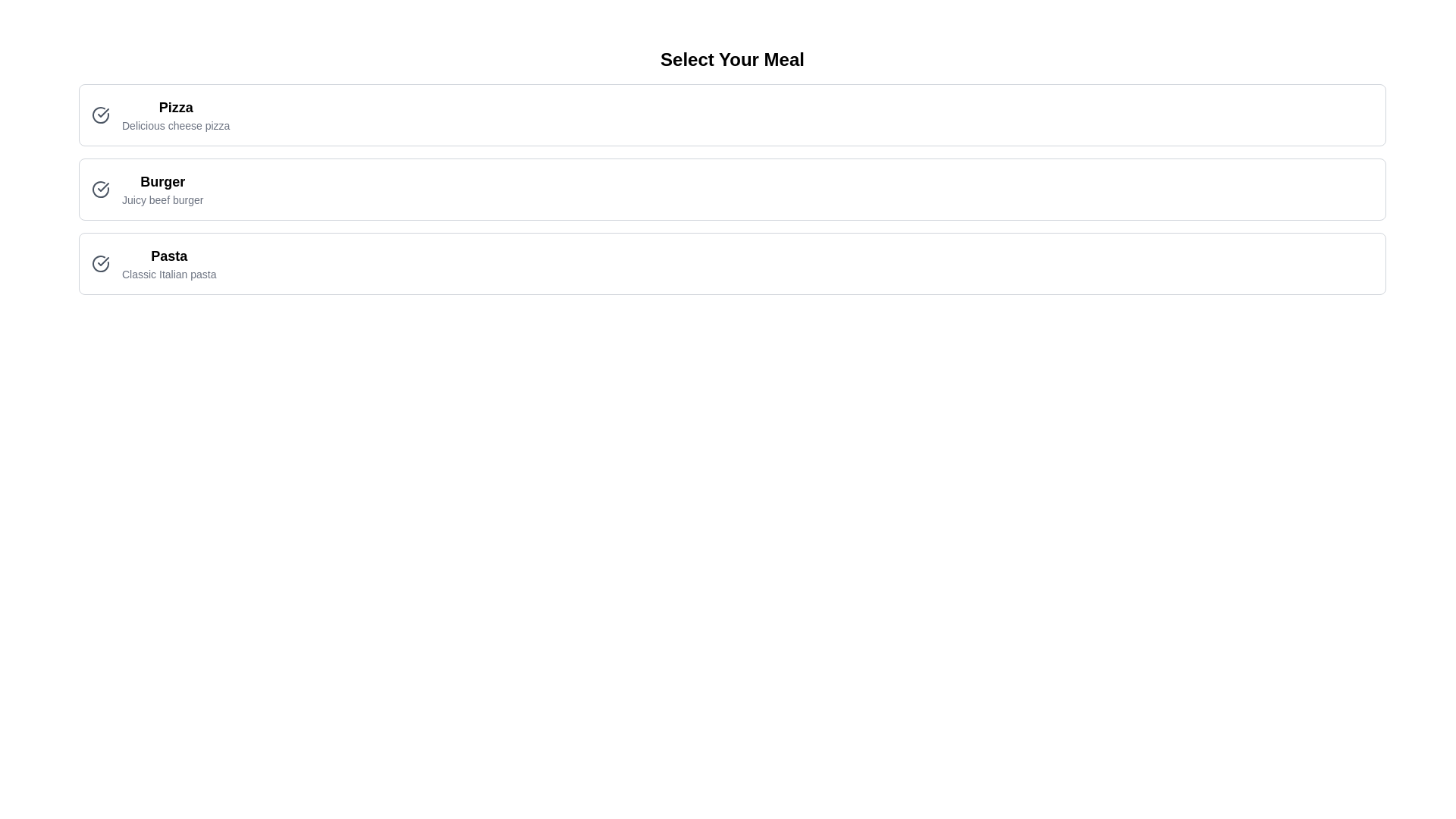 The height and width of the screenshot is (819, 1456). What do you see at coordinates (100, 114) in the screenshot?
I see `the decorative or status indicator icon located beside the text 'Pizza' and 'Delicious cheese pizza'` at bounding box center [100, 114].